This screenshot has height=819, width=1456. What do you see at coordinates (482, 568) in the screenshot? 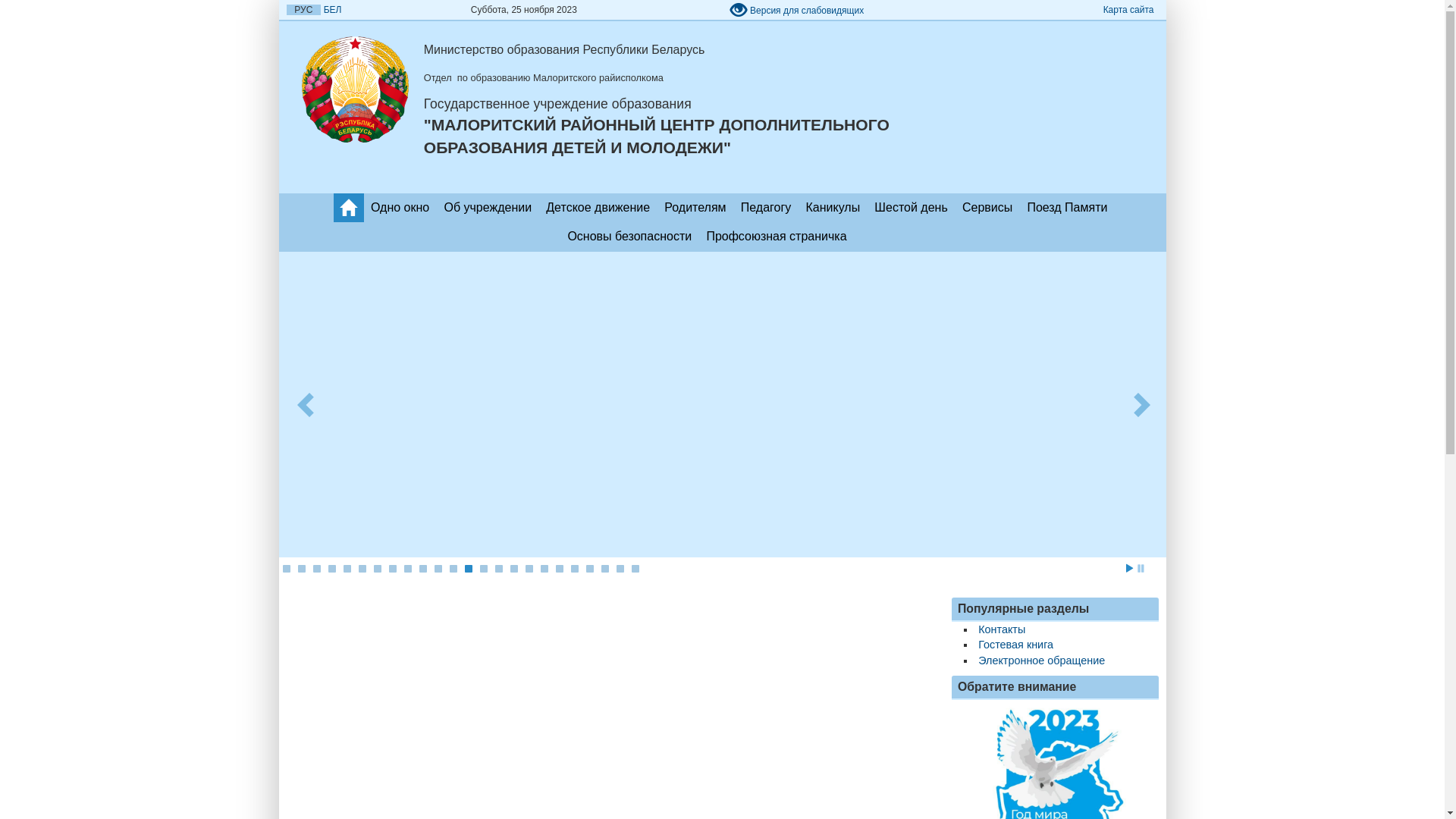
I see `'14'` at bounding box center [482, 568].